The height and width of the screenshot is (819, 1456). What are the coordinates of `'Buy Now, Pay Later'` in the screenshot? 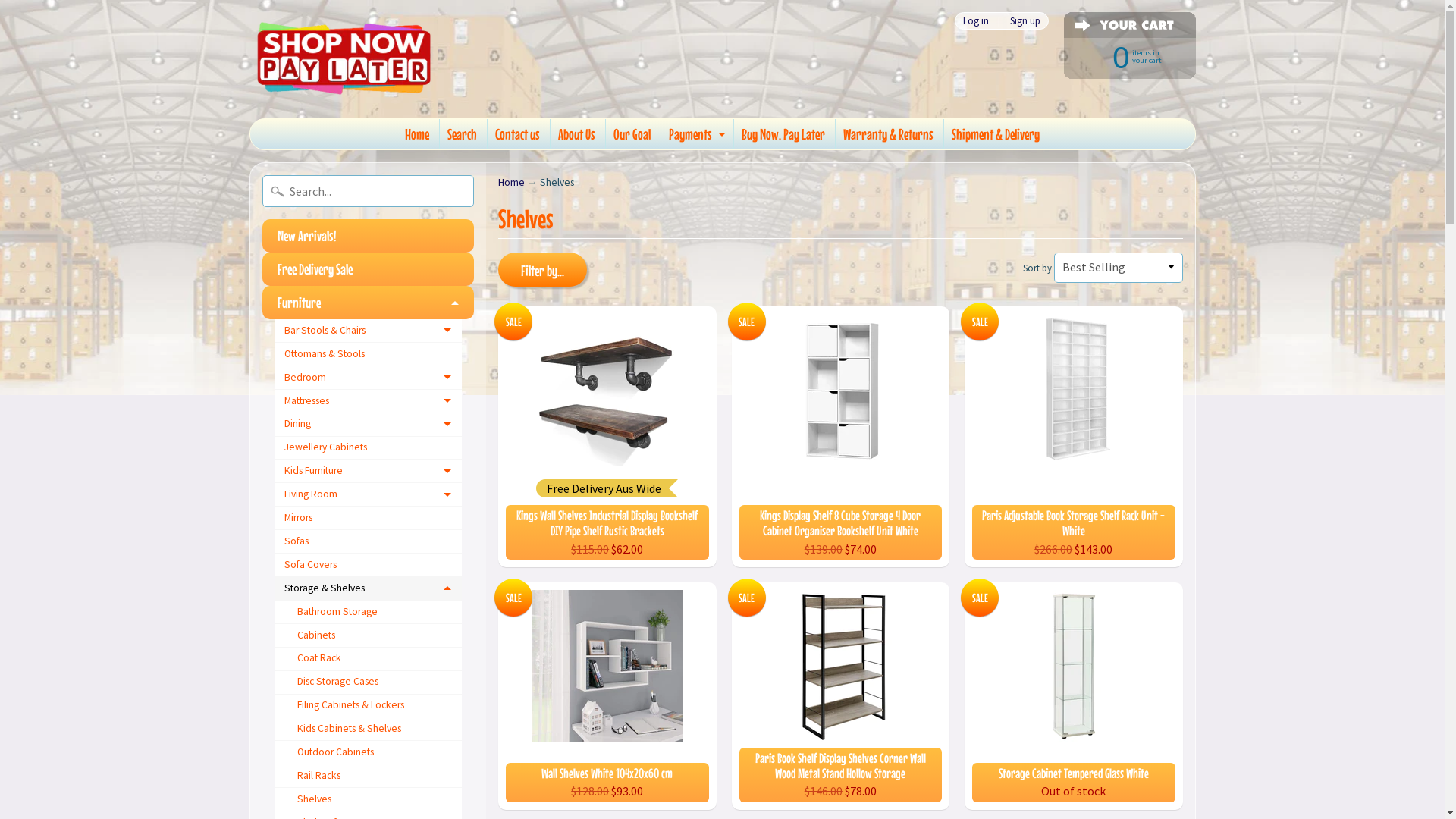 It's located at (783, 133).